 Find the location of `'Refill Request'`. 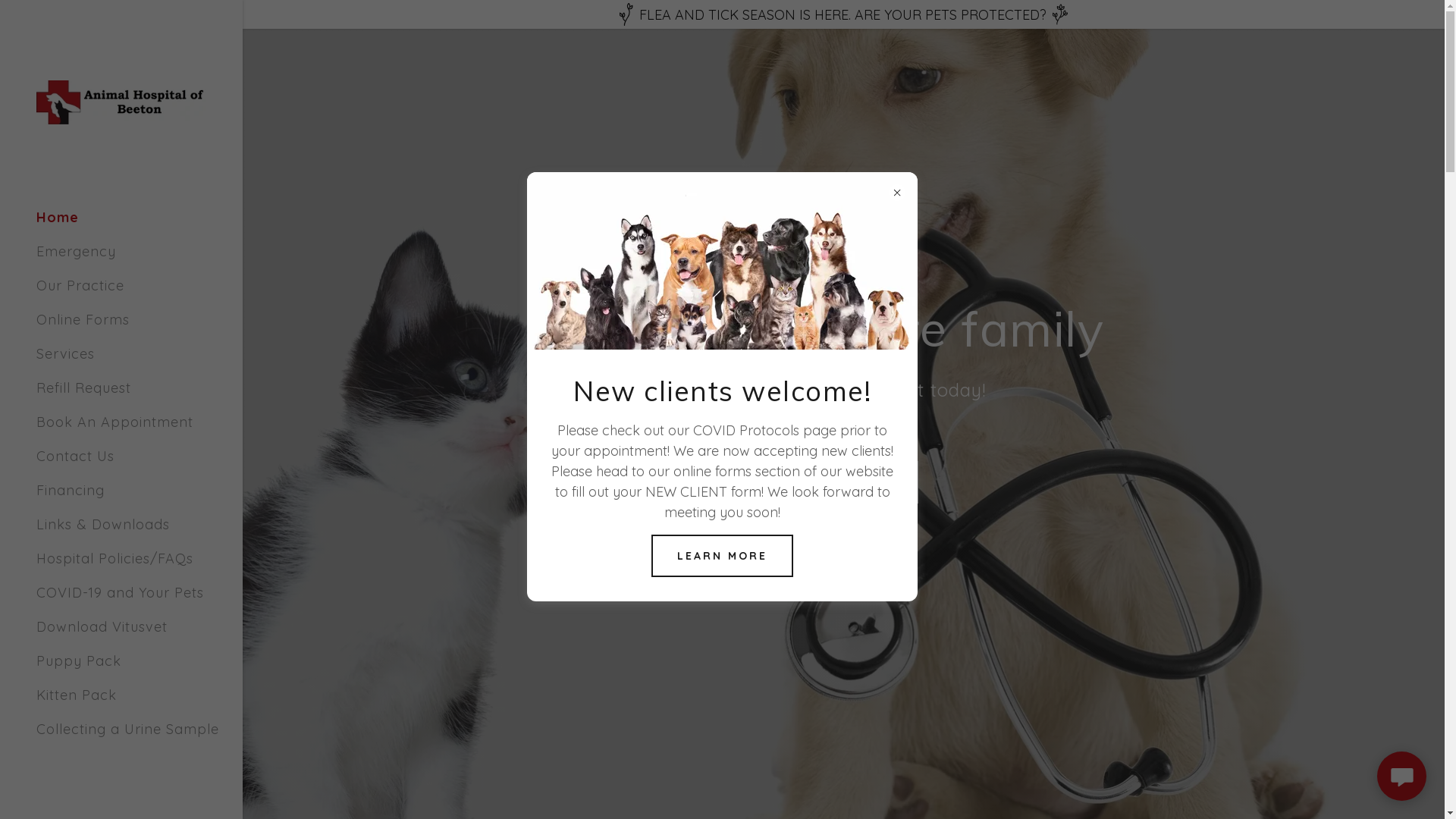

'Refill Request' is located at coordinates (83, 387).